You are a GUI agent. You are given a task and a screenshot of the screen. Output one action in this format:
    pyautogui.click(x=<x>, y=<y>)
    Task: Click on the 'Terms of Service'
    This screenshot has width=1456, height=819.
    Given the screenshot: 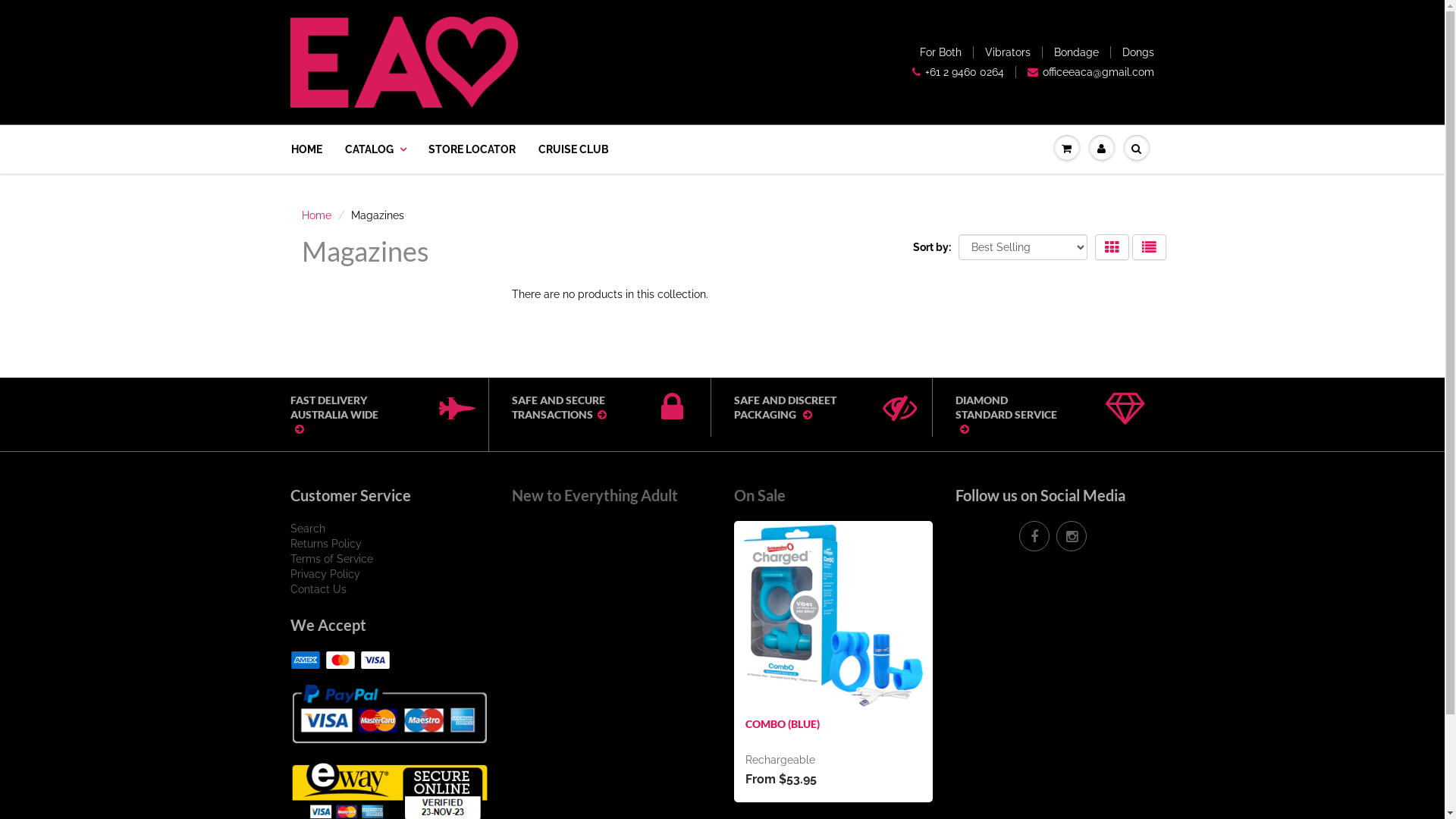 What is the action you would take?
    pyautogui.click(x=330, y=558)
    